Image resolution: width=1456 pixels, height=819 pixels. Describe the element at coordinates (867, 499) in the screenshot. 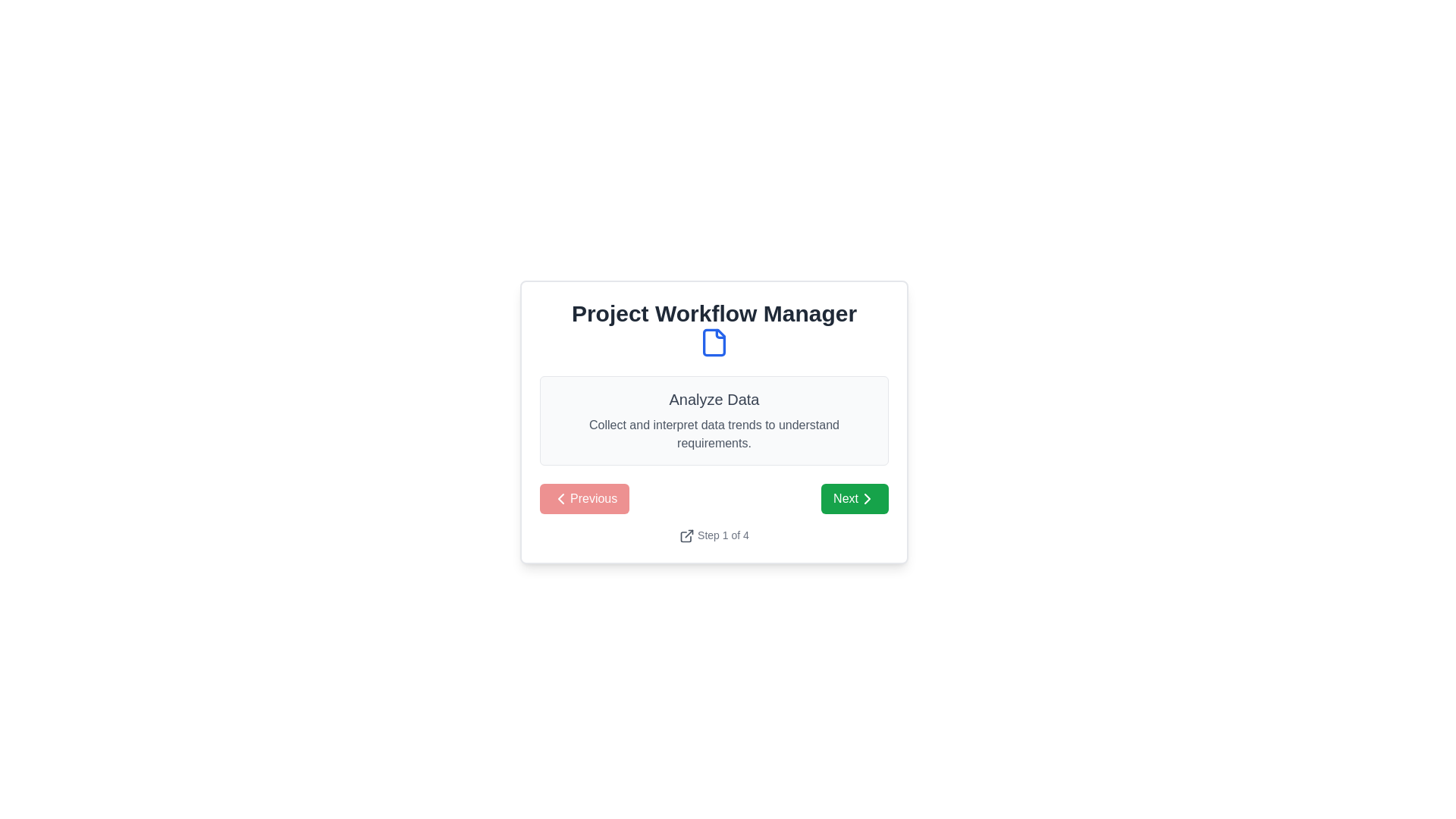

I see `the right arrow icon, which is a minimalistic chevron arrow pointing to the right, located within the green 'Next' button at the bottom-right section of the card component` at that location.